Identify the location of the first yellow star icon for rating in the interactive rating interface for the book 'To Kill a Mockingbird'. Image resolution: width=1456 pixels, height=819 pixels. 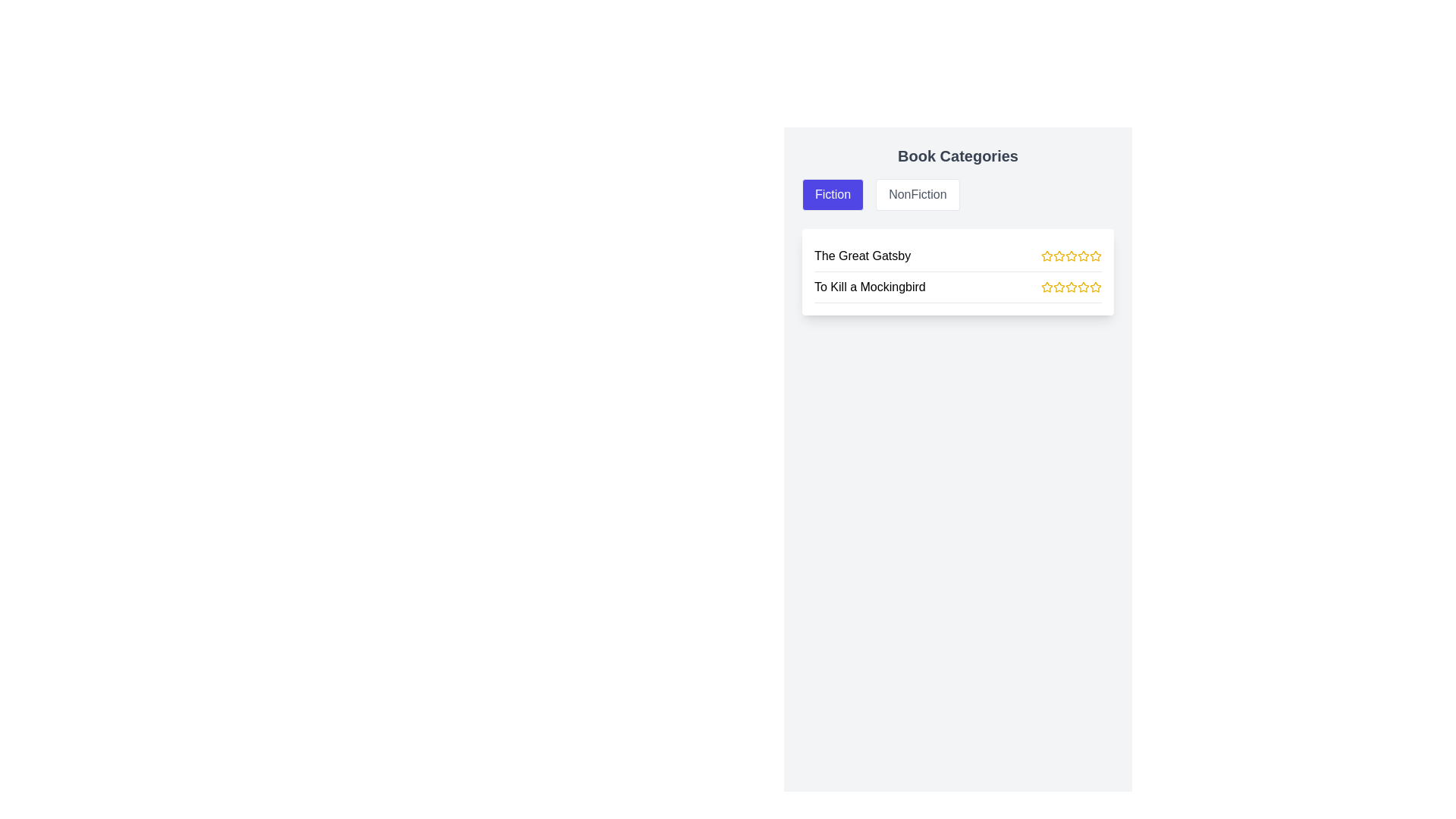
(1046, 287).